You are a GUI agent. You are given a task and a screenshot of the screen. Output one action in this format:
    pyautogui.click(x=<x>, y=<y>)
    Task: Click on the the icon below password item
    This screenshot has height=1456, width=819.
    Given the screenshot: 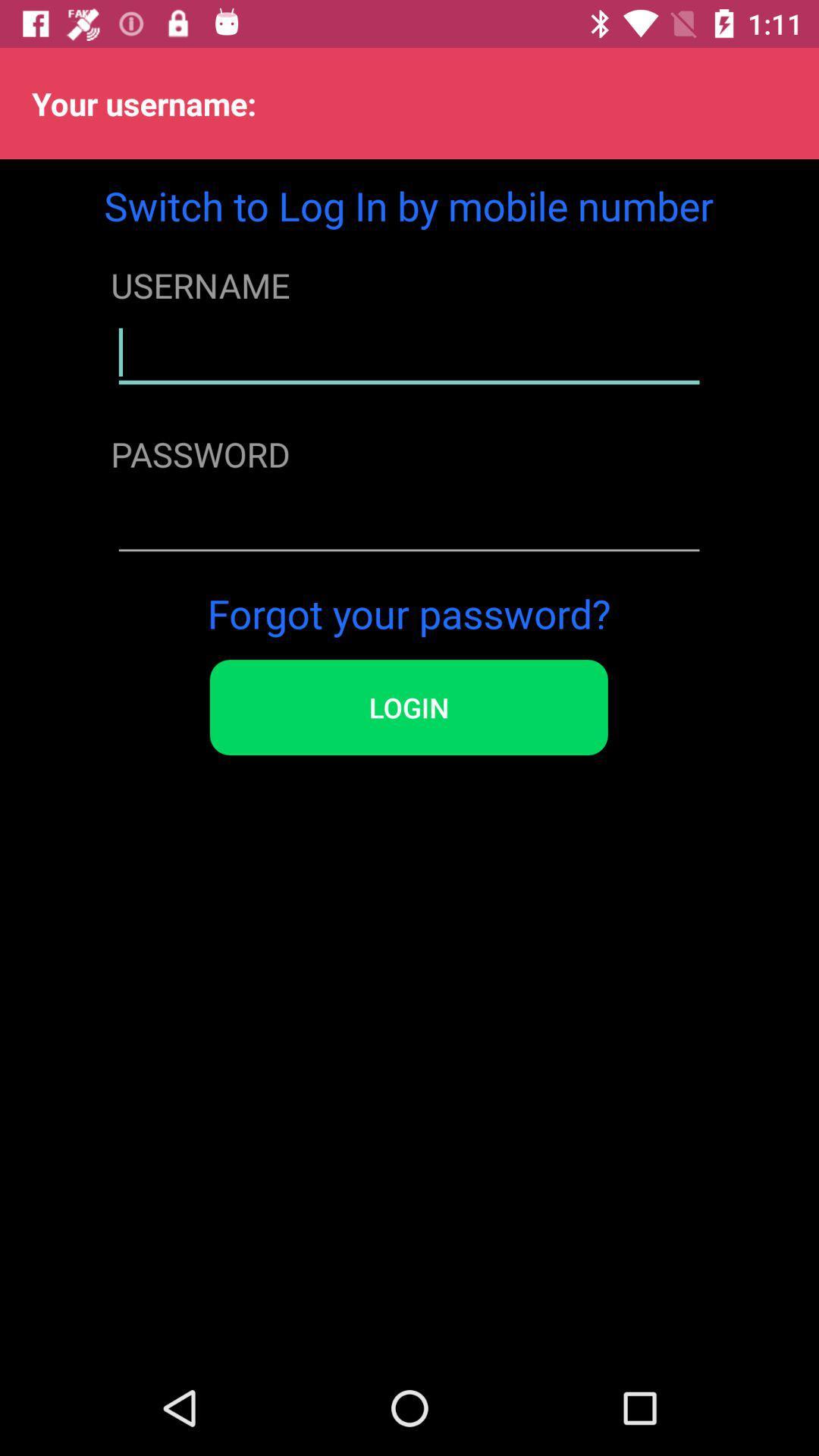 What is the action you would take?
    pyautogui.click(x=408, y=522)
    